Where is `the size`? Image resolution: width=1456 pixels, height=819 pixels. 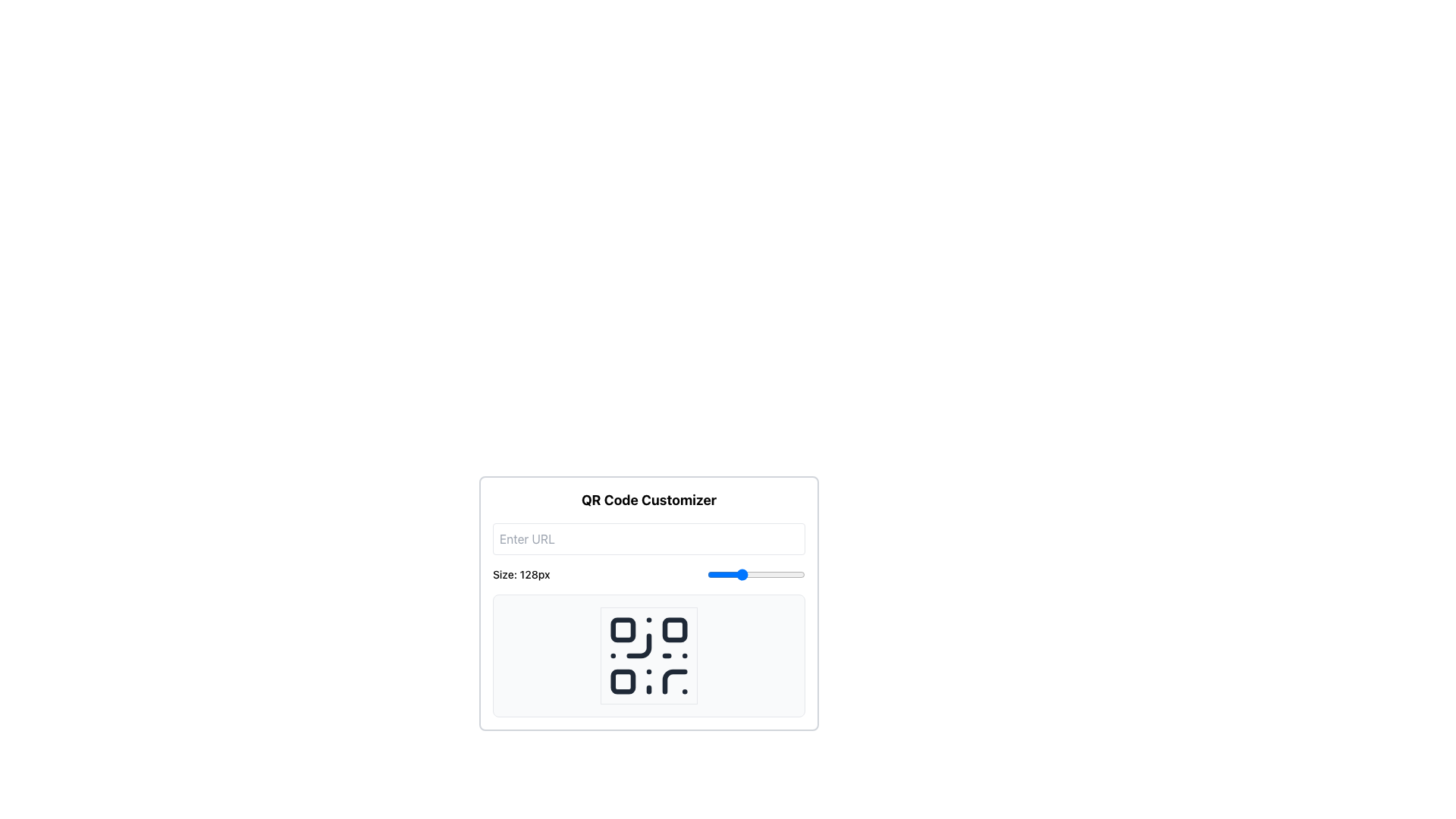
the size is located at coordinates (720, 575).